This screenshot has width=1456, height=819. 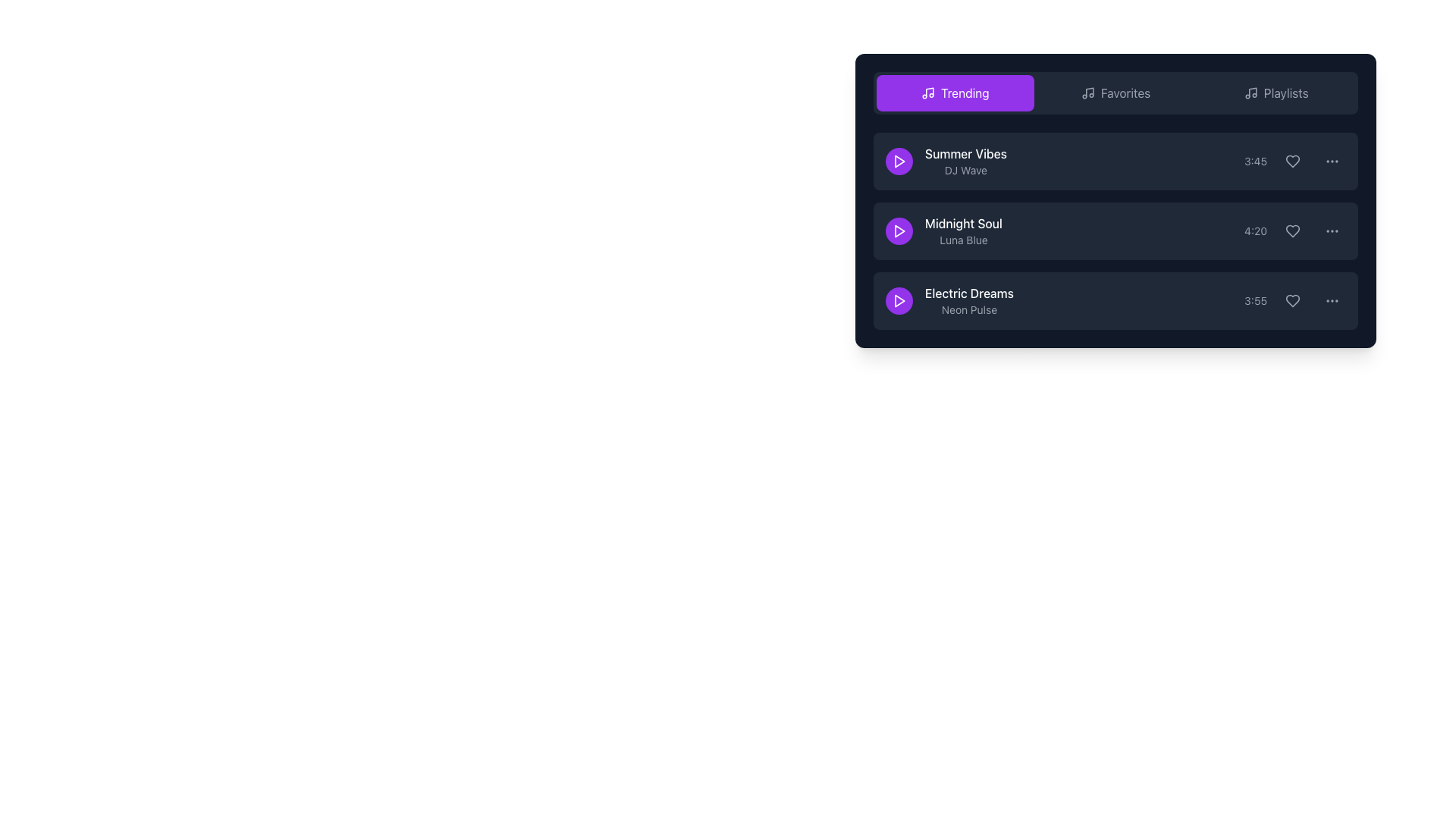 I want to click on the purple triangular play icon located on the left side of the 'Summer Vibes' track row, so click(x=899, y=161).